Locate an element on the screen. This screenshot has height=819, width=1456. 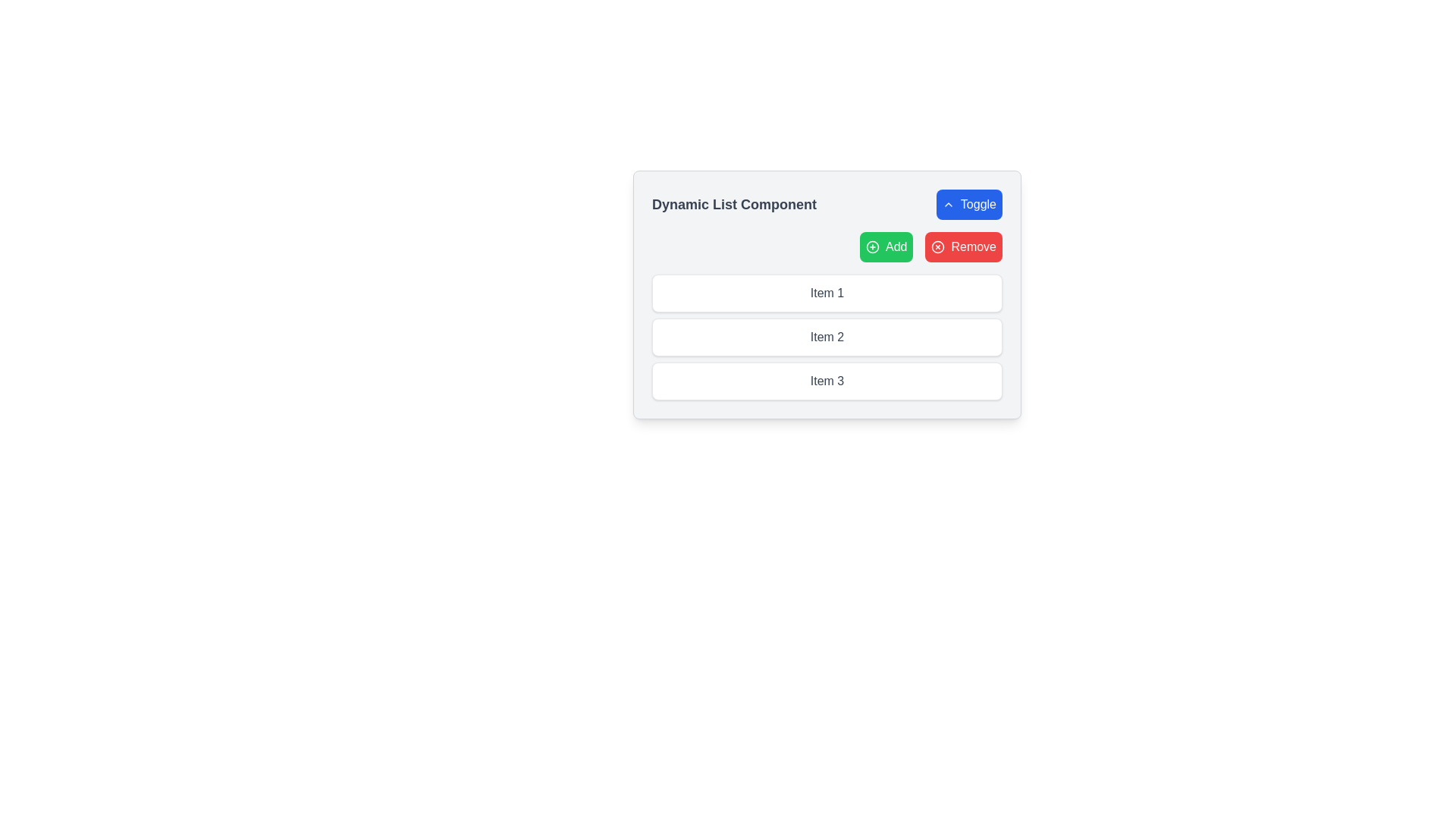
an item within the dynamic list located below the 'Add' and 'Remove' buttons in the 'Dynamic List Component' is located at coordinates (826, 336).